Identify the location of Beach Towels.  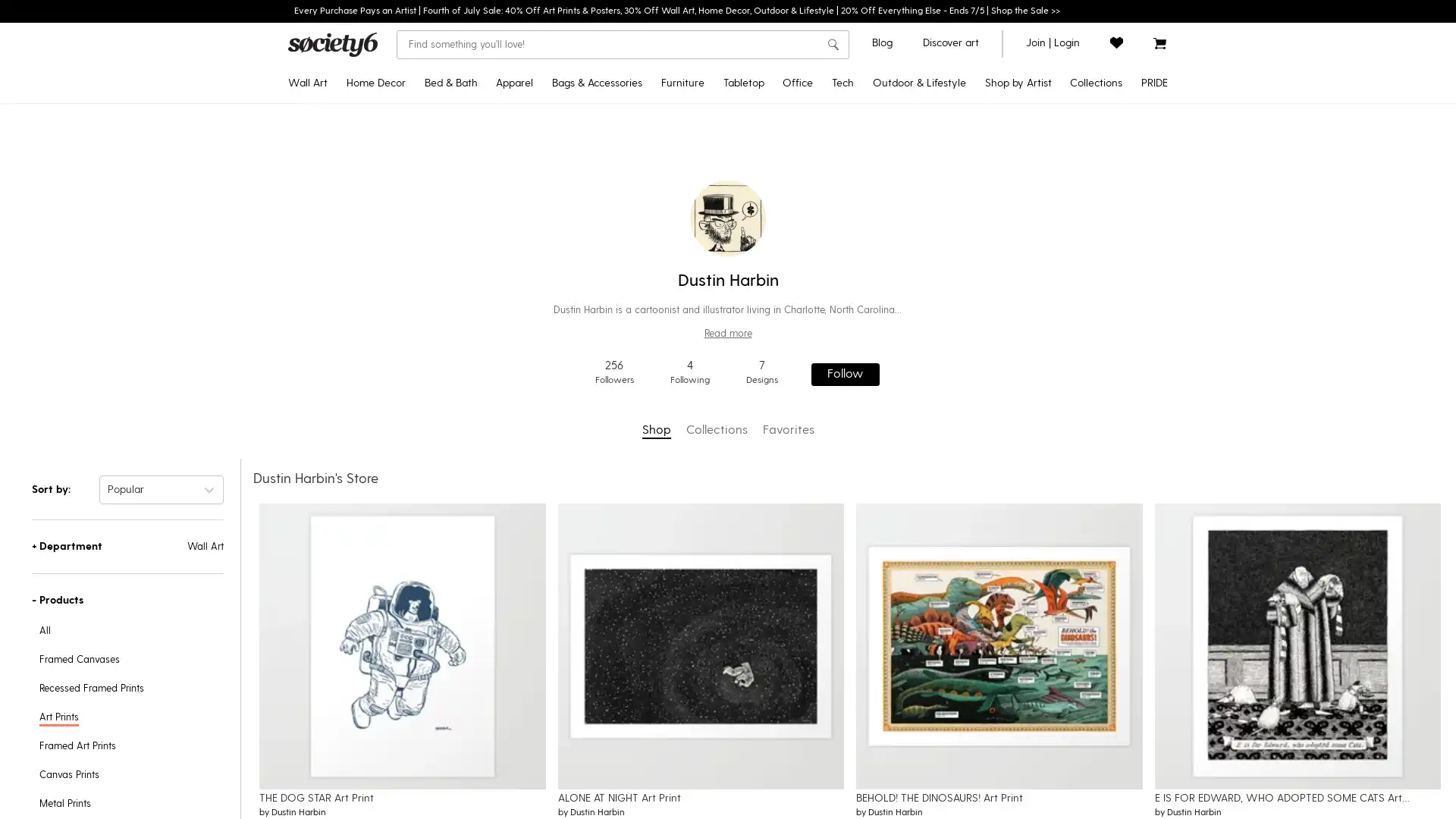
(939, 342).